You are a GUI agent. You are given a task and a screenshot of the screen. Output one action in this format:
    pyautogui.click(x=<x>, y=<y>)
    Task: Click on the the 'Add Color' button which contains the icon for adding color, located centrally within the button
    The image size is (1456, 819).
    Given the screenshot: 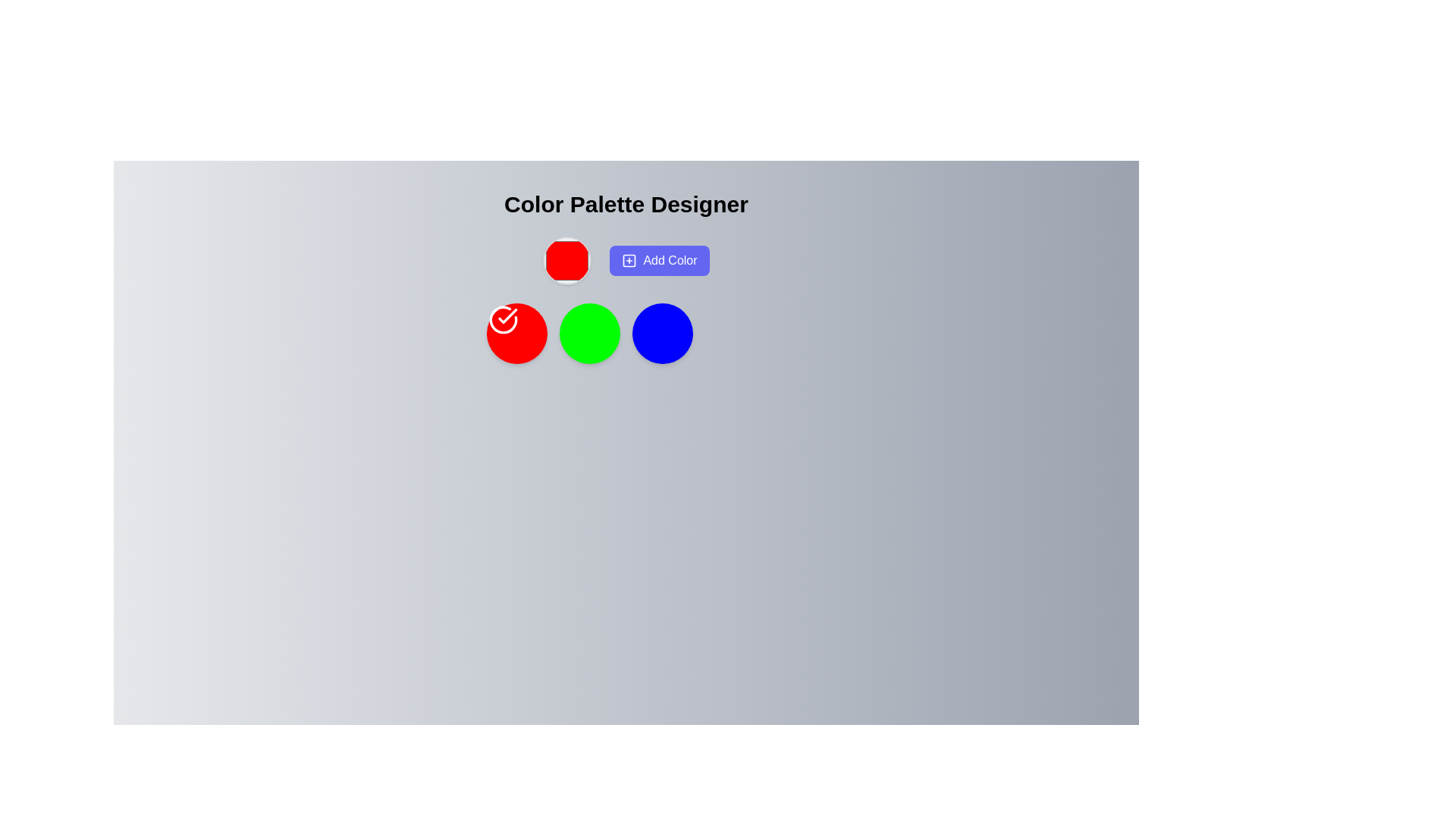 What is the action you would take?
    pyautogui.click(x=629, y=259)
    